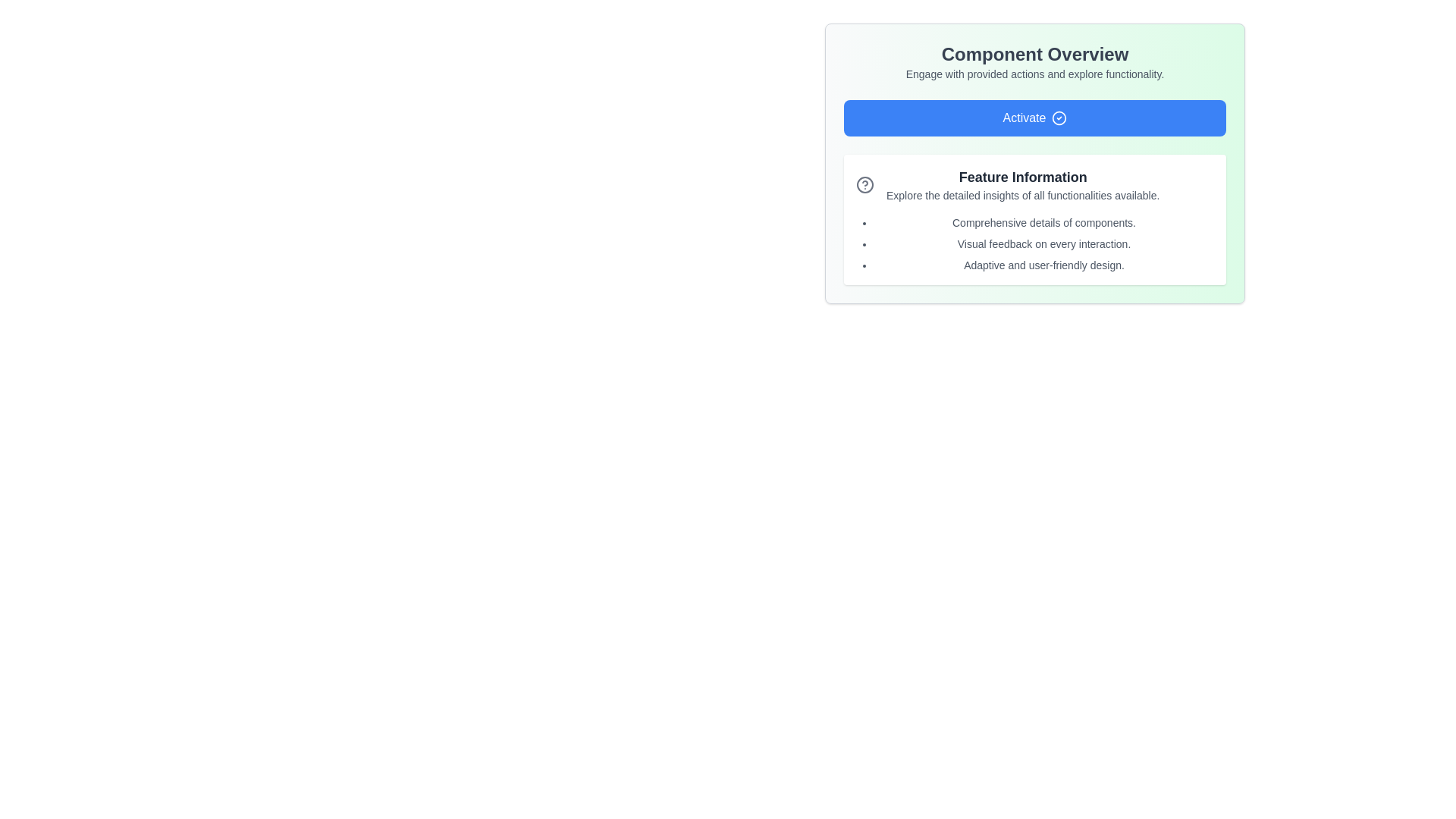 This screenshot has height=819, width=1456. Describe the element at coordinates (1059, 117) in the screenshot. I see `the SVG-based icon (circle with checkmark) located on the right side of the 'Activate' button to indicate successful activation` at that location.